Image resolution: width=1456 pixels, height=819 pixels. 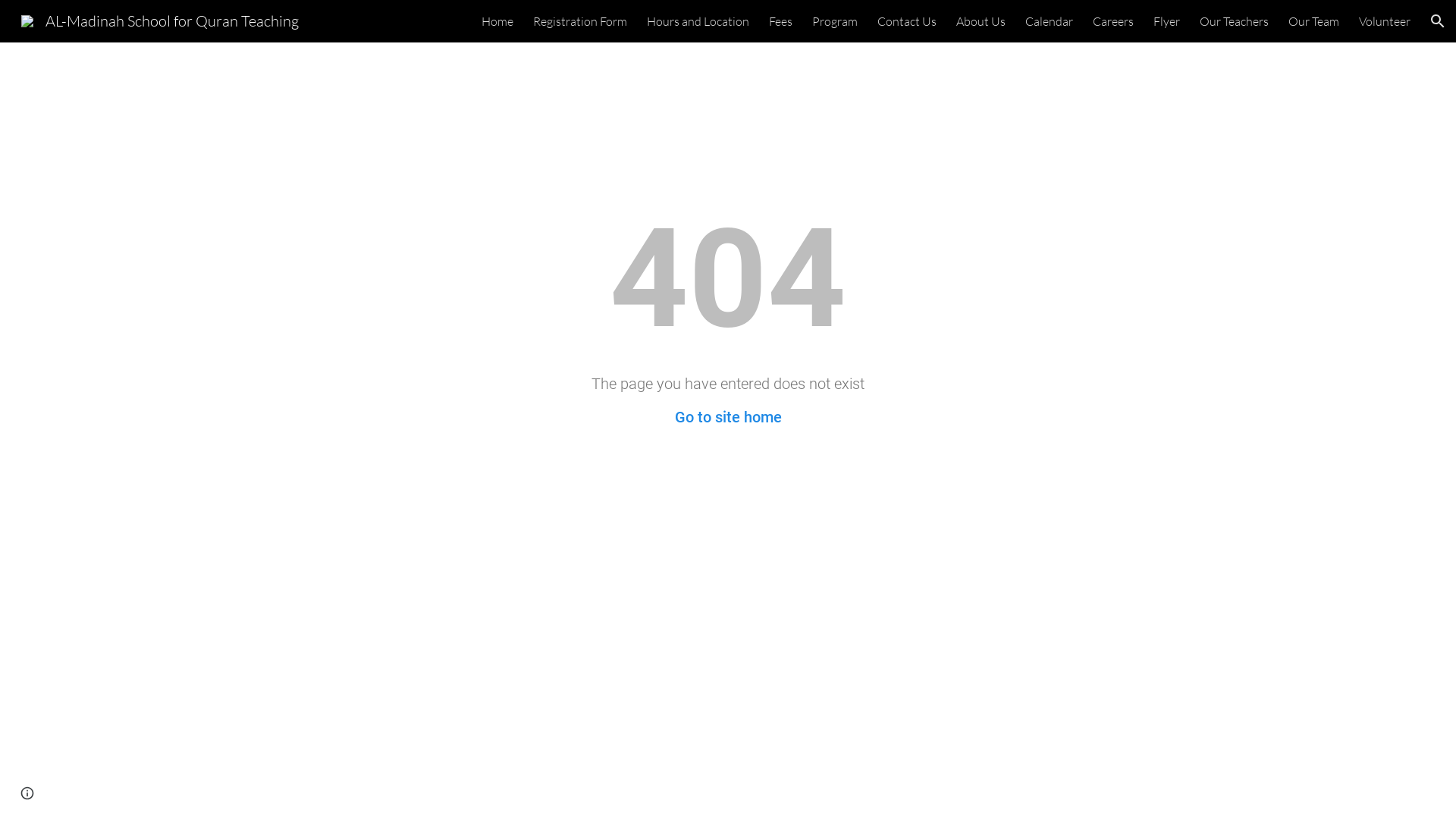 What do you see at coordinates (673, 417) in the screenshot?
I see `'Go to site home'` at bounding box center [673, 417].